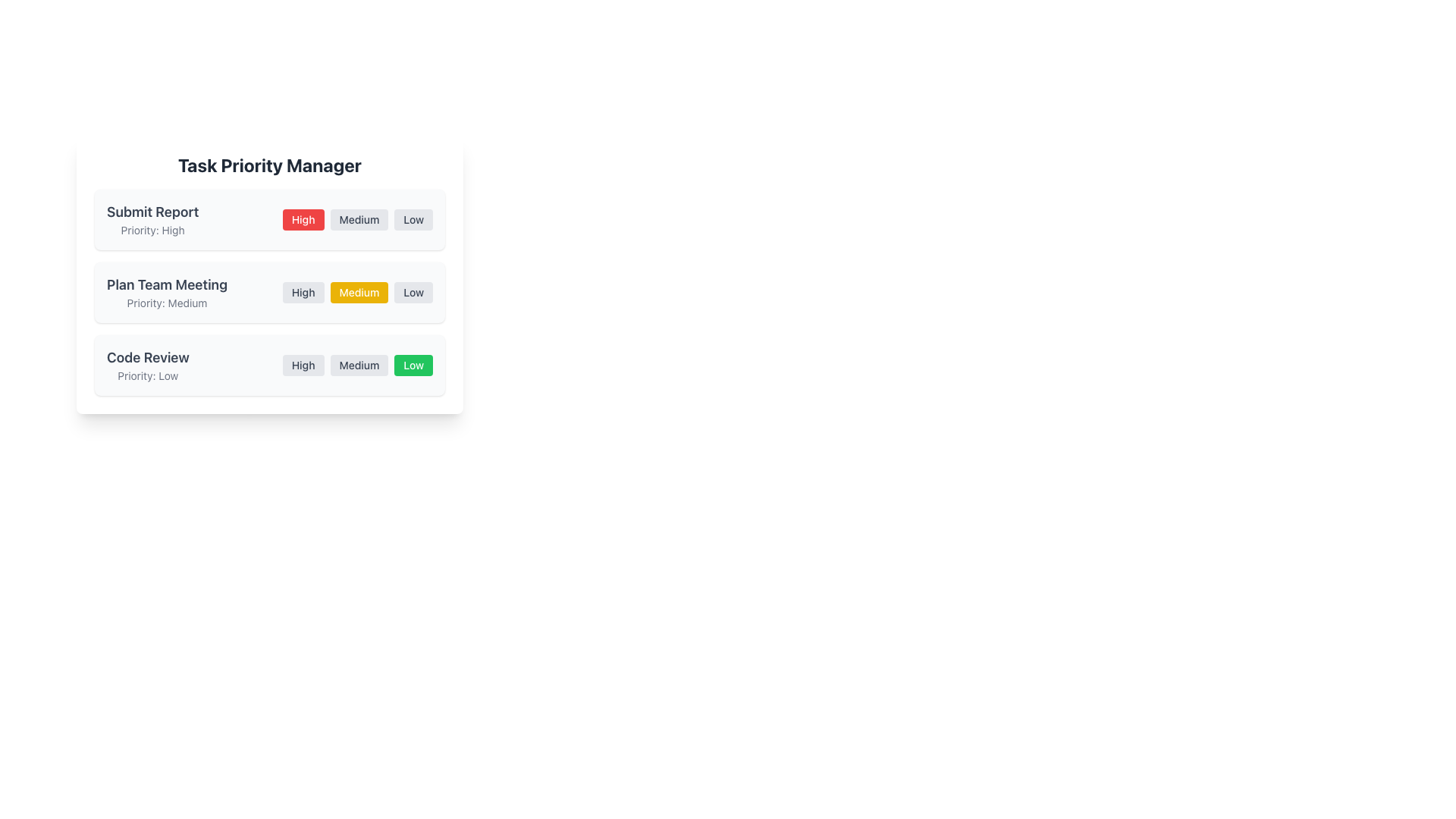 The height and width of the screenshot is (819, 1456). What do you see at coordinates (148, 375) in the screenshot?
I see `the text label indicating the priority level for the 'Code Review' task, located beneath the 'Code Review' header` at bounding box center [148, 375].